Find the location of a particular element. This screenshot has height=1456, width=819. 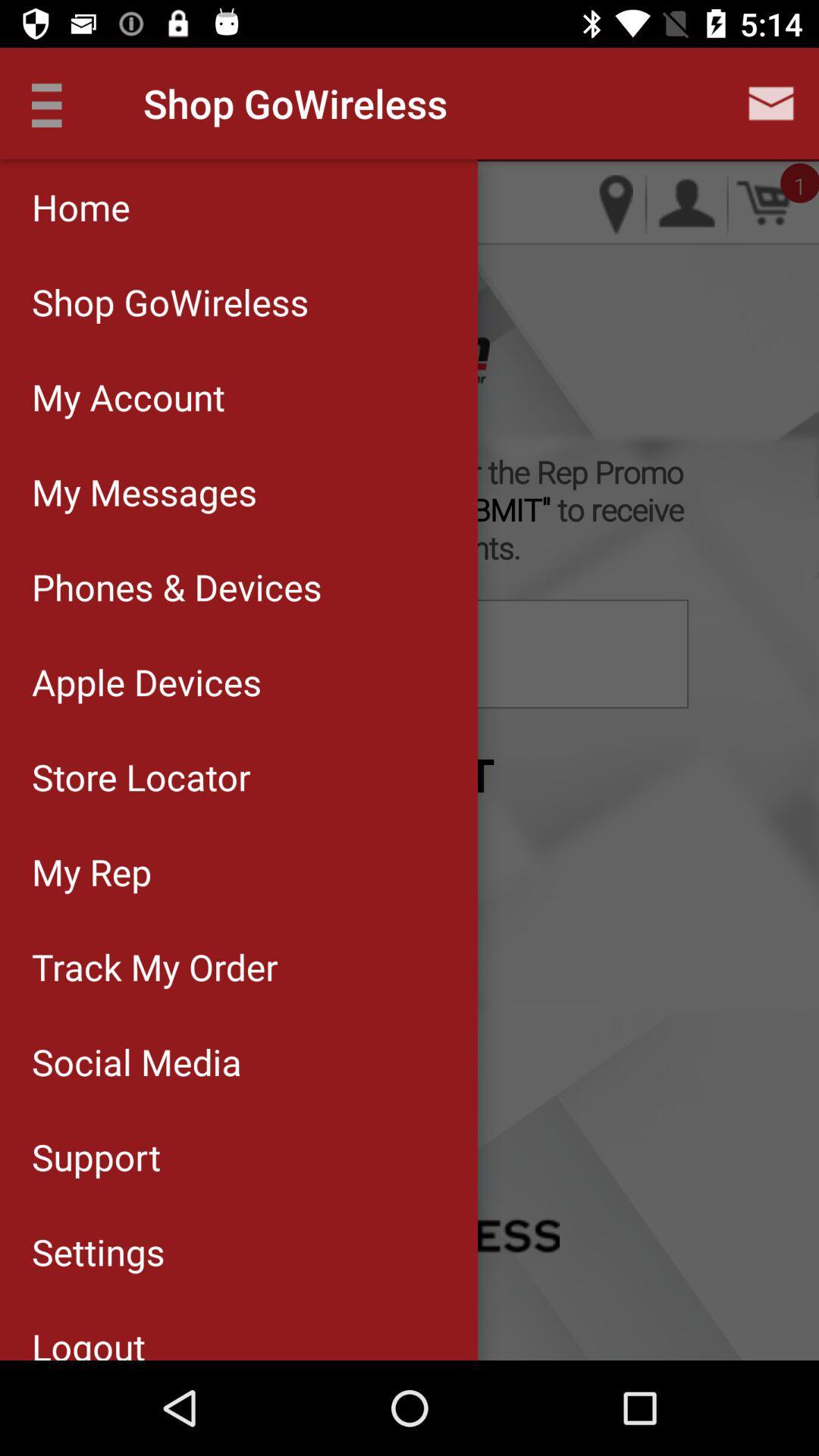

the track my order icon is located at coordinates (239, 966).